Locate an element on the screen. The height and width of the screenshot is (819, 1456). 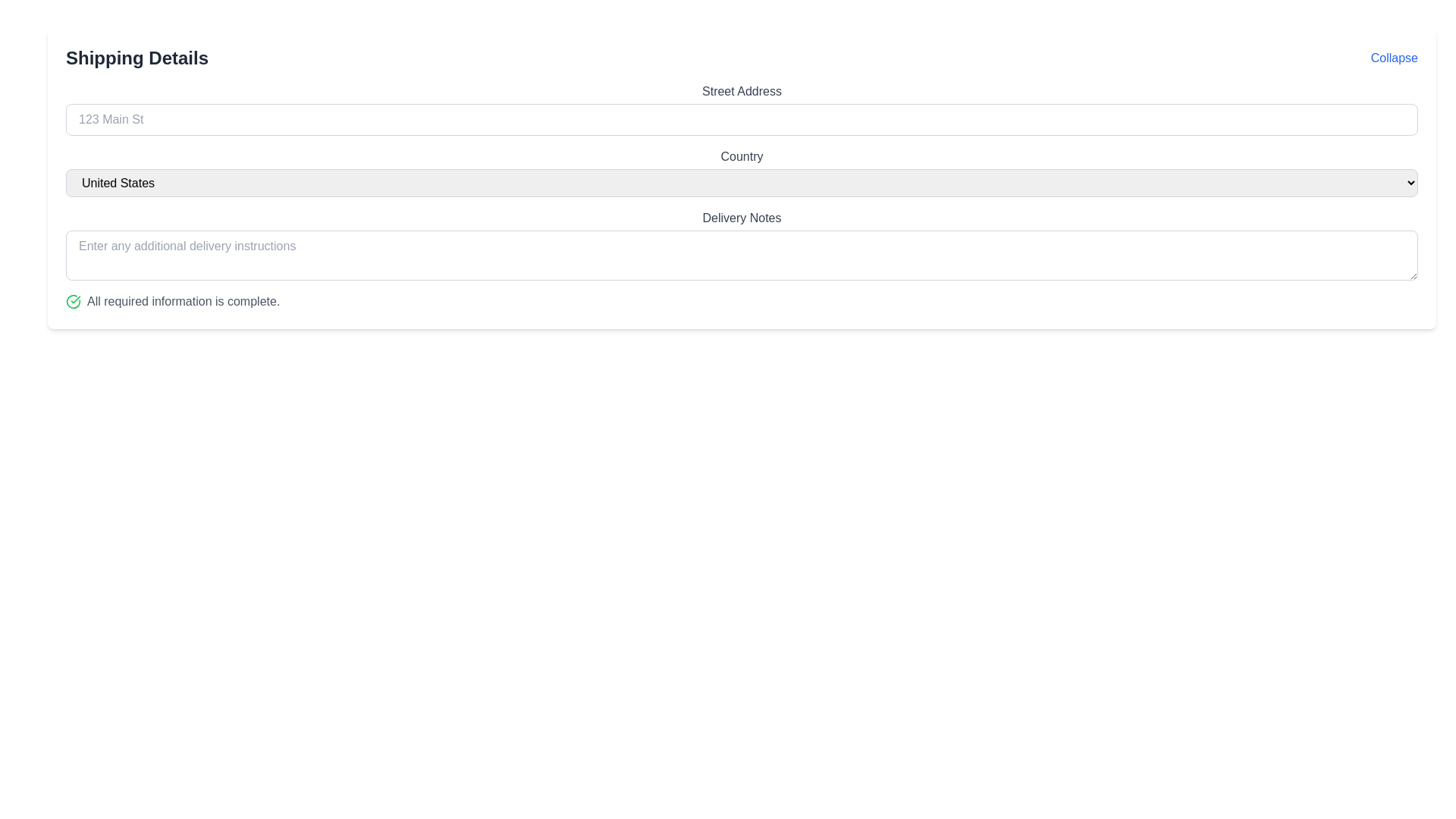
an option from the country dropdown menu located below the 'Country' label and above the 'Delivery Notes' input area is located at coordinates (742, 182).